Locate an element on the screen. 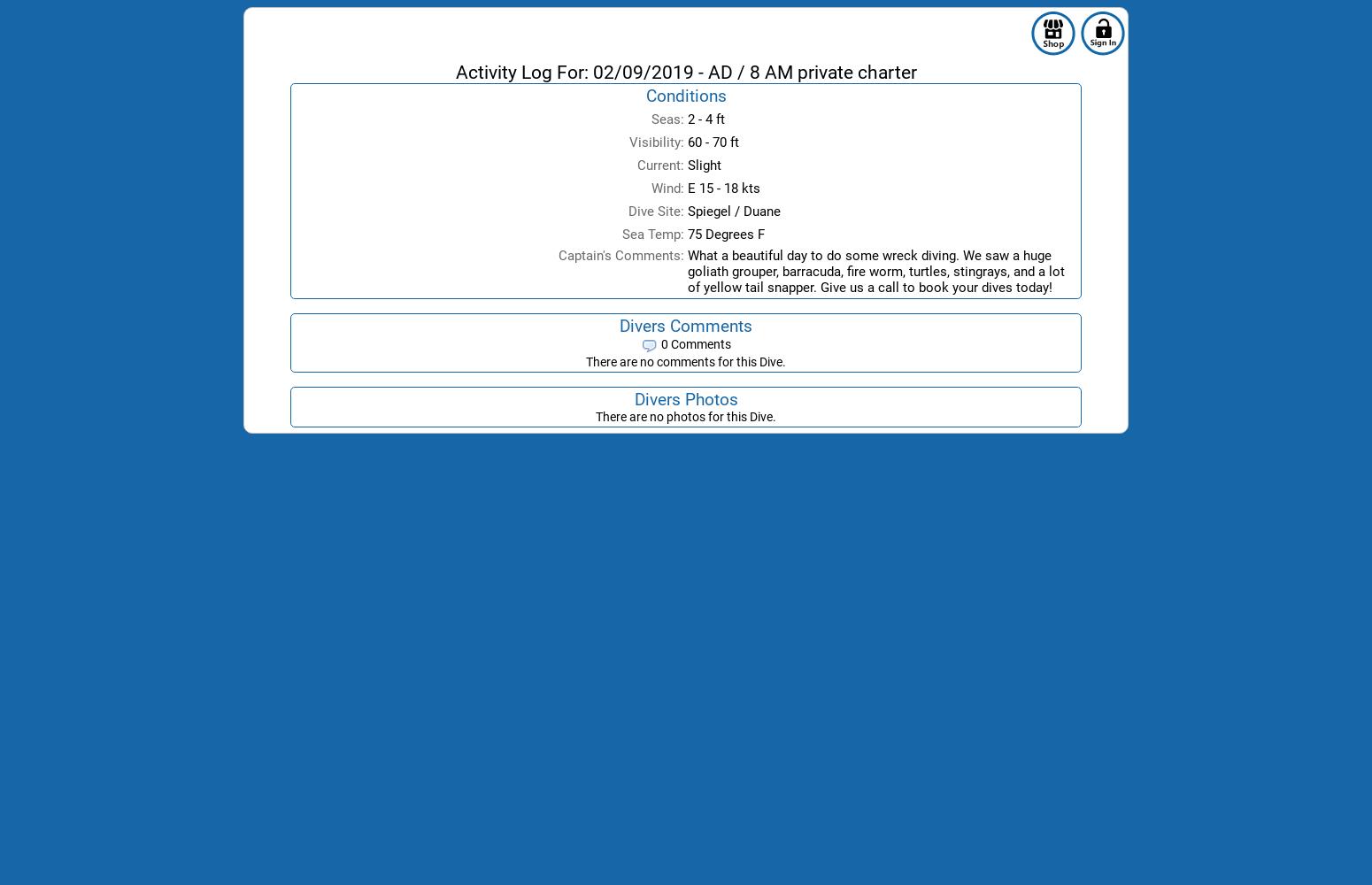 This screenshot has width=1372, height=885. 'Current:' is located at coordinates (660, 165).